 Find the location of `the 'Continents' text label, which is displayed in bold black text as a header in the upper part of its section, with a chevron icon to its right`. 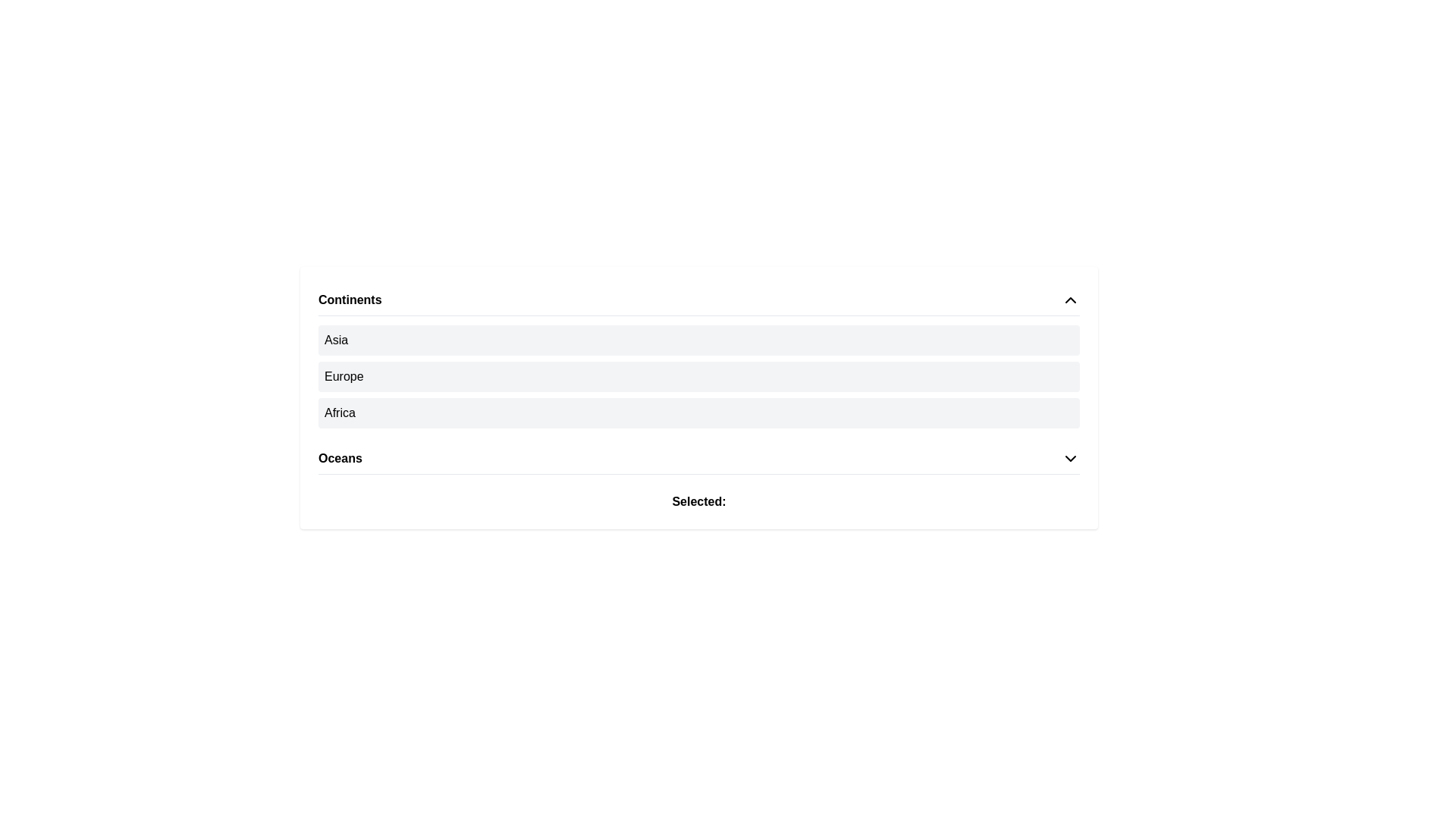

the 'Continents' text label, which is displayed in bold black text as a header in the upper part of its section, with a chevron icon to its right is located at coordinates (349, 300).